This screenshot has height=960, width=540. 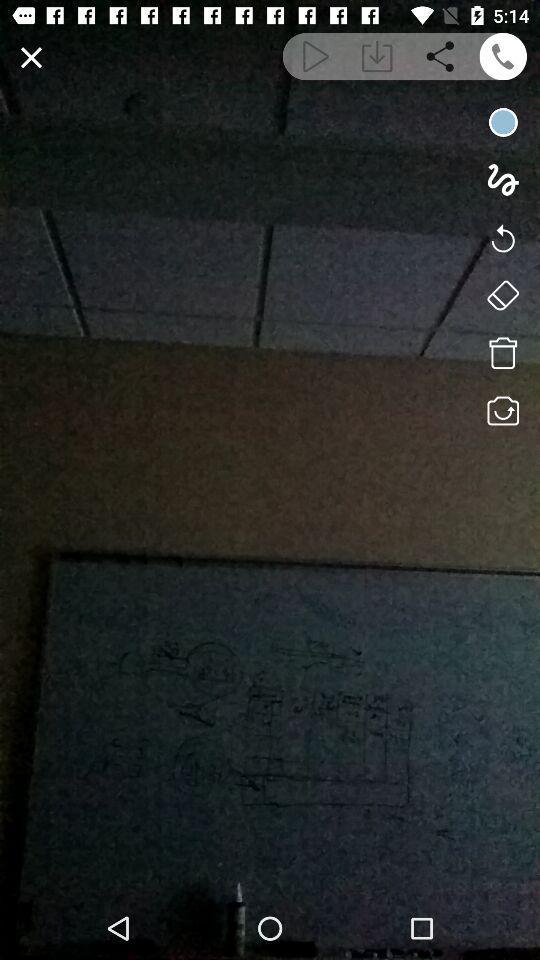 What do you see at coordinates (440, 55) in the screenshot?
I see `share the image` at bounding box center [440, 55].